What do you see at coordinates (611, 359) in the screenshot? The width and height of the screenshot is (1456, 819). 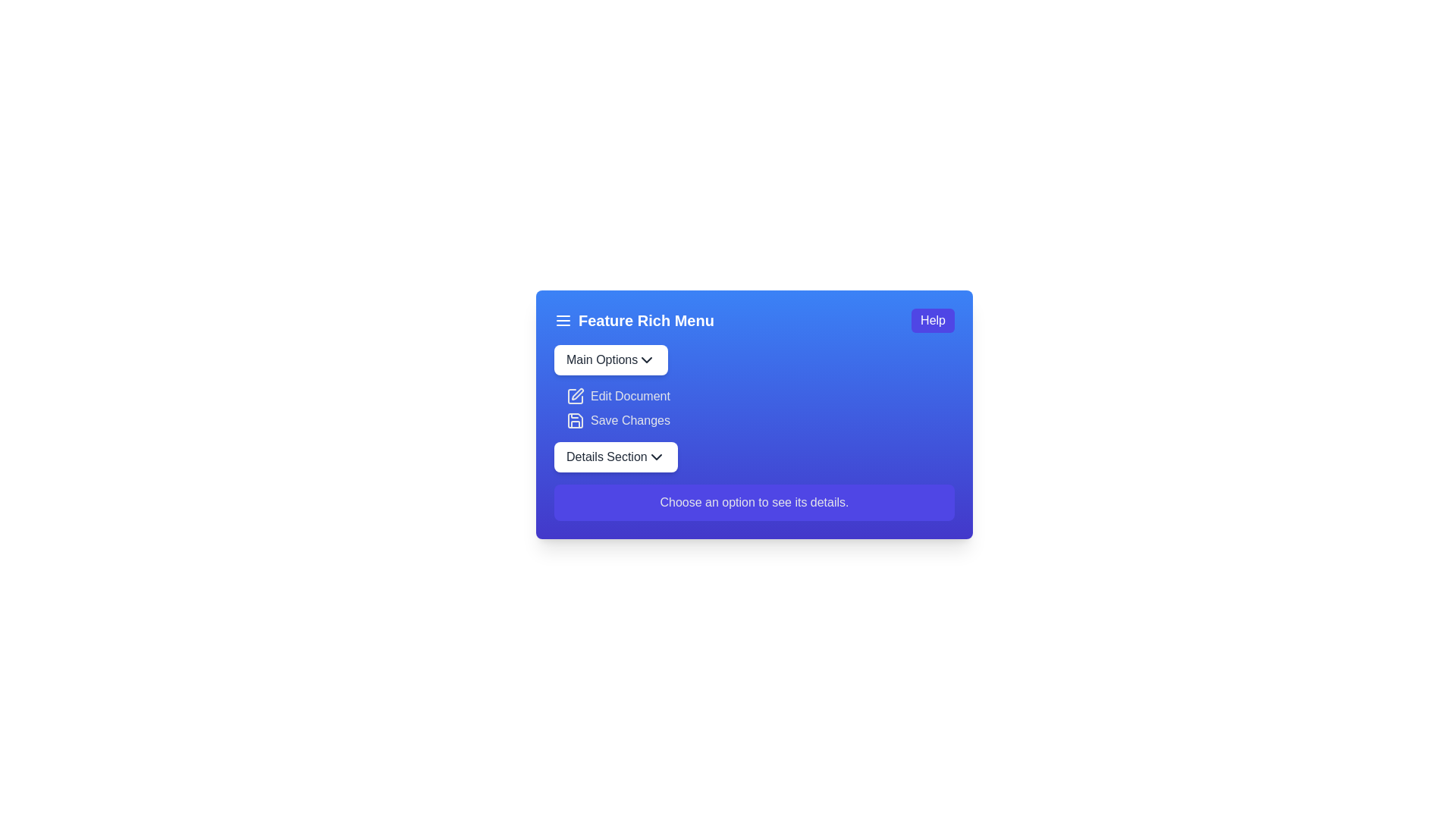 I see `the 'Main Options' dropdown button located at the top-left section of the card component` at bounding box center [611, 359].